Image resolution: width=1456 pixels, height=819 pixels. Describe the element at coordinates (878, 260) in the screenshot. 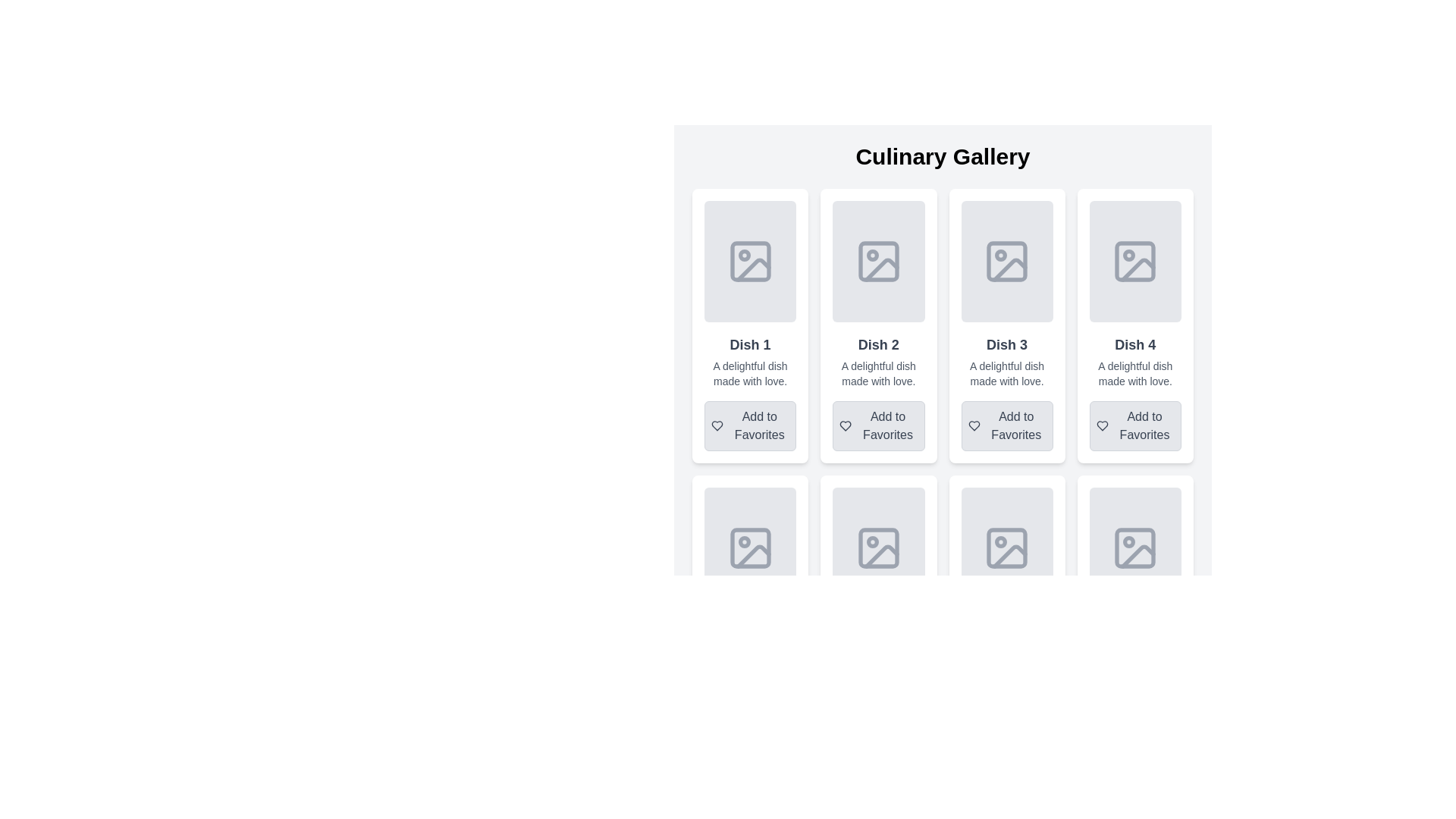

I see `properties of the graphical shape element located in the second column under 'Culinary Gallery', specifically within the placeholder image labeled 'Dish 2'` at that location.